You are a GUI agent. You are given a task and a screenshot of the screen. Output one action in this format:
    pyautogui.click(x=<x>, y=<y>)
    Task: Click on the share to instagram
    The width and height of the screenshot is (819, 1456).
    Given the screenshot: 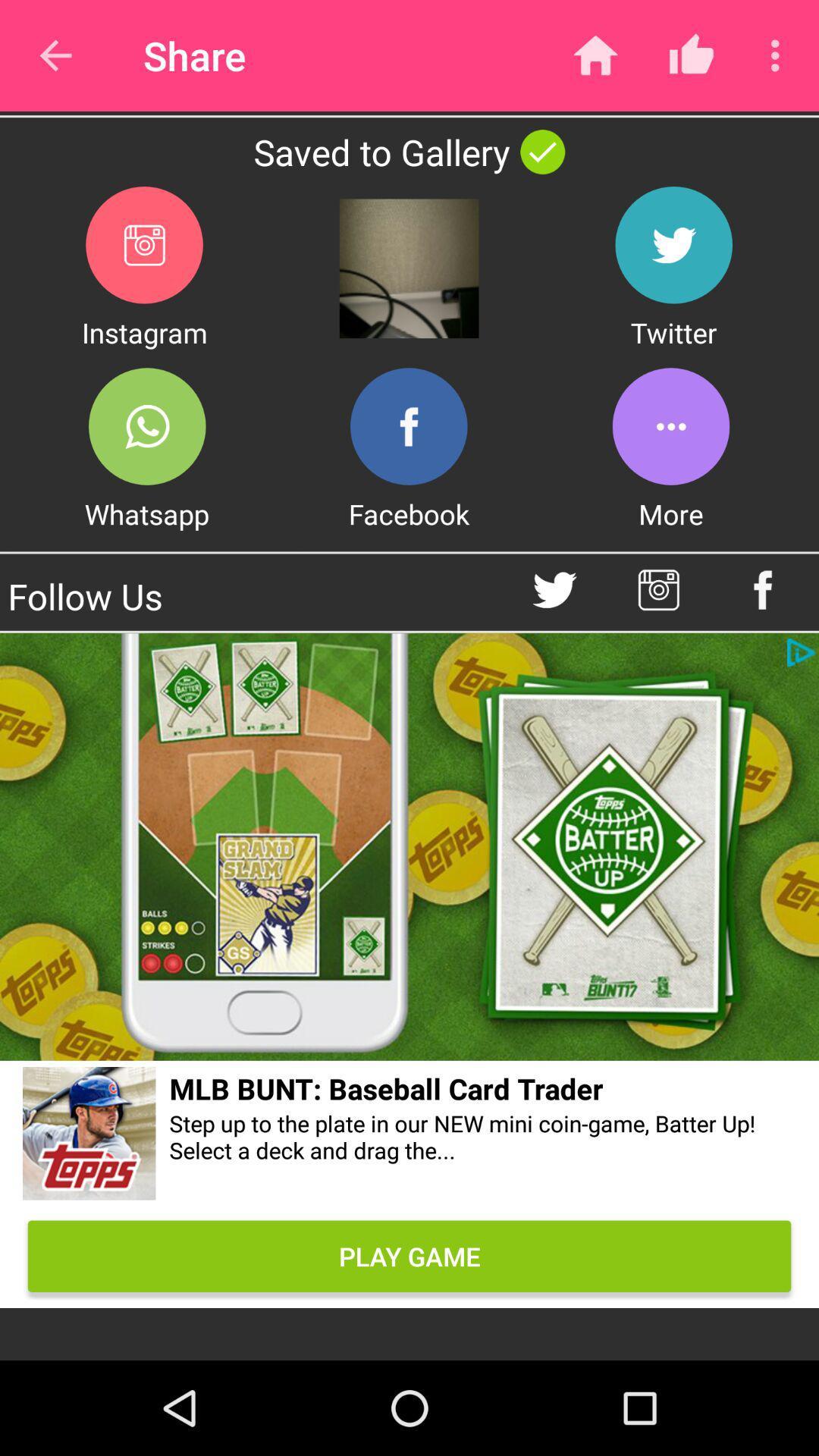 What is the action you would take?
    pyautogui.click(x=144, y=245)
    